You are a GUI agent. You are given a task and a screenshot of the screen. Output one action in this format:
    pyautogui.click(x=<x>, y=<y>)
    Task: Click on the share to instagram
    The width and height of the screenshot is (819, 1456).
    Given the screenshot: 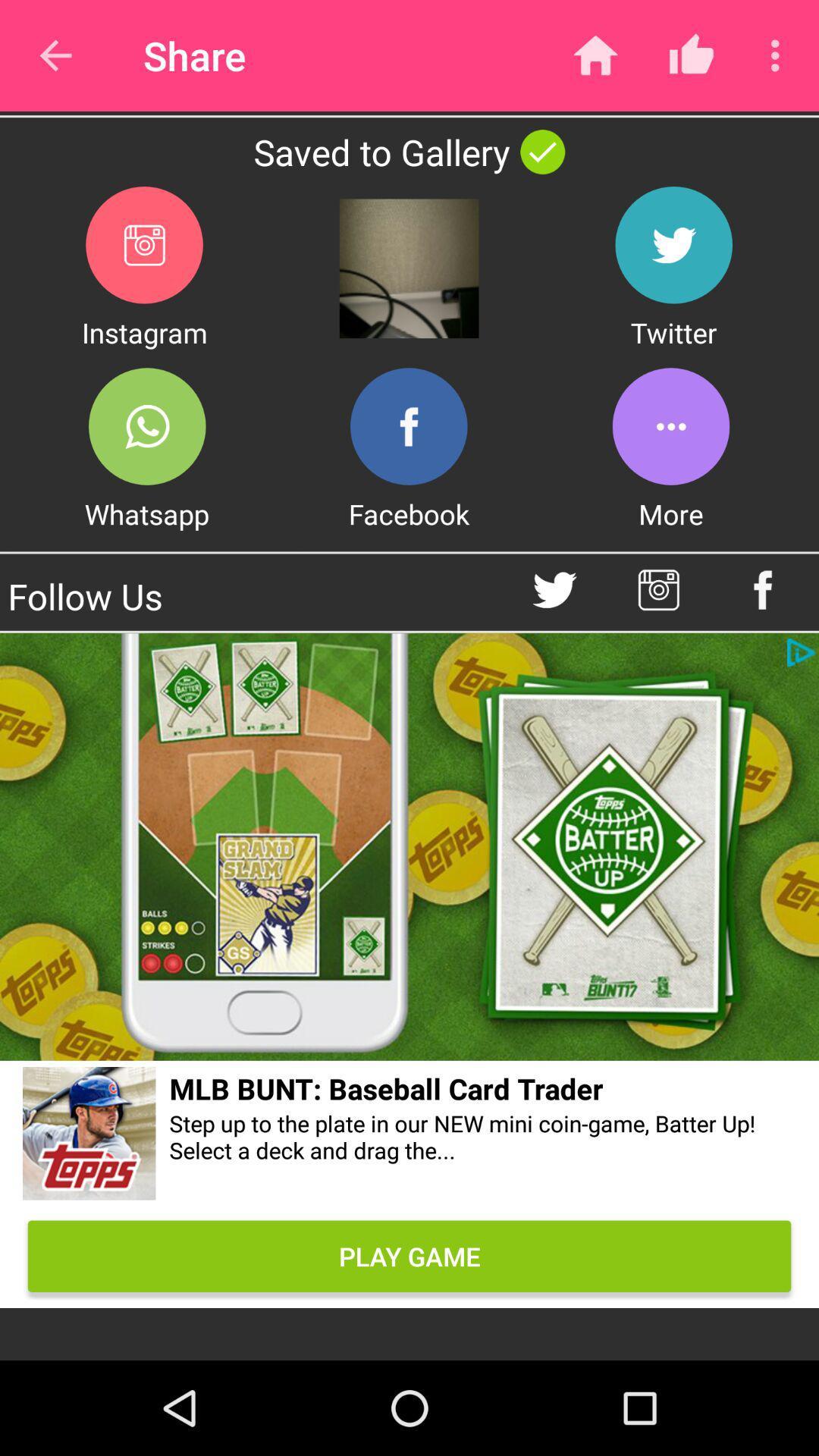 What is the action you would take?
    pyautogui.click(x=144, y=245)
    